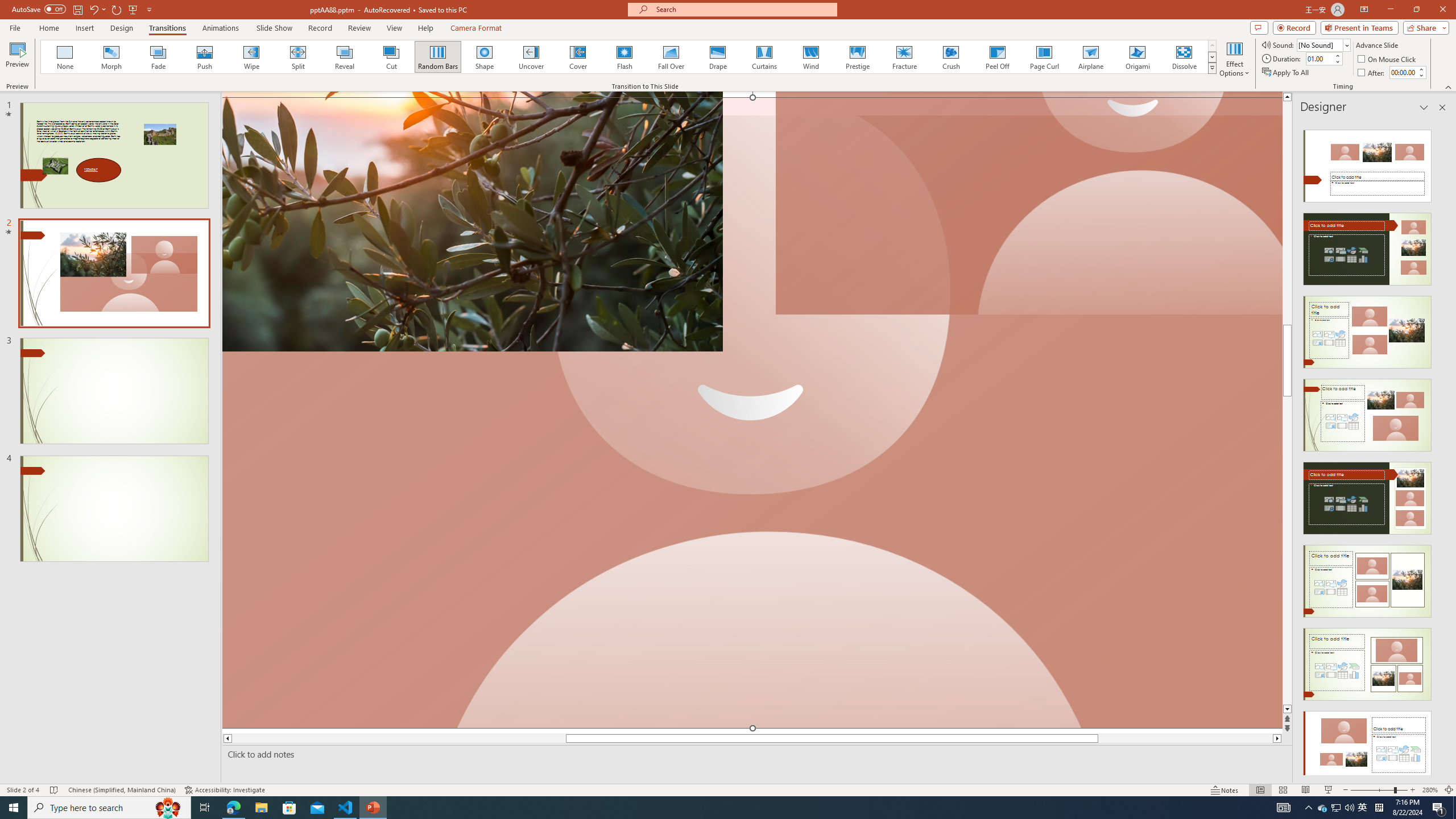 Image resolution: width=1456 pixels, height=819 pixels. Describe the element at coordinates (475, 28) in the screenshot. I see `'Camera Format'` at that location.